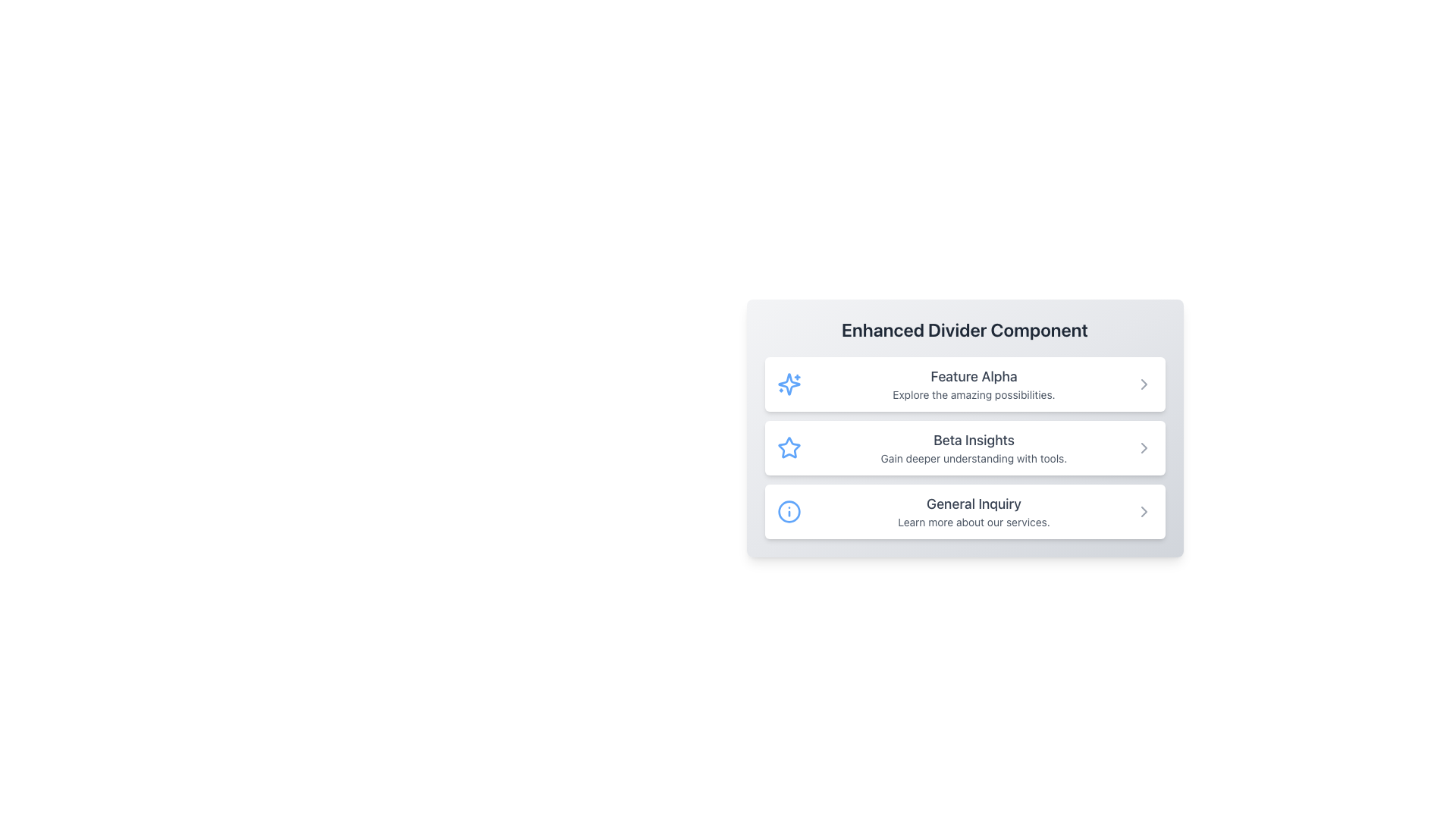 The height and width of the screenshot is (819, 1456). I want to click on the small right-pointing chevron icon, which is gray in color and located to the right of the 'Feature Alpha' text label in the Enhanced Divider Component section, so click(1144, 383).